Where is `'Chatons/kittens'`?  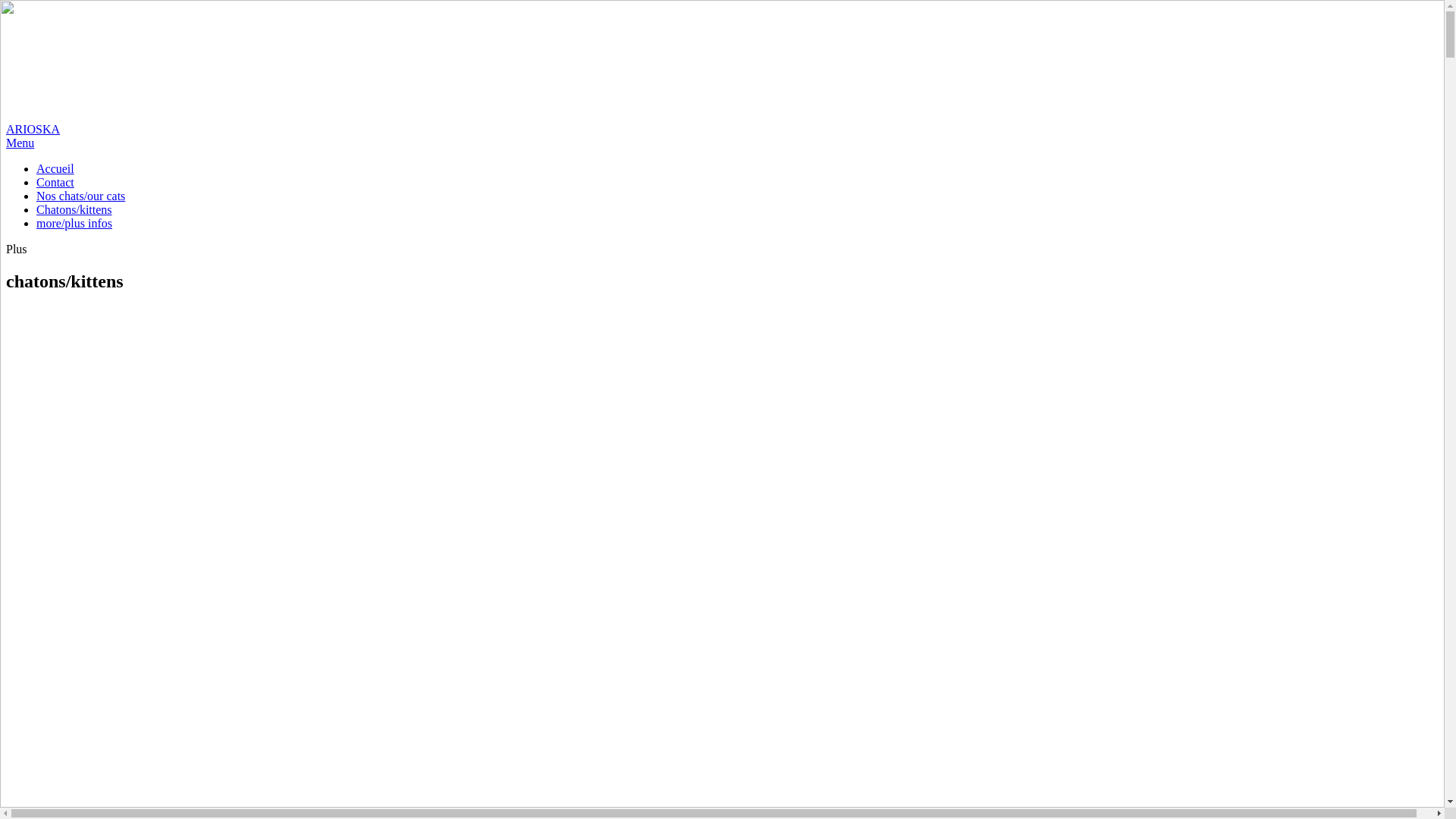
'Chatons/kittens' is located at coordinates (73, 209).